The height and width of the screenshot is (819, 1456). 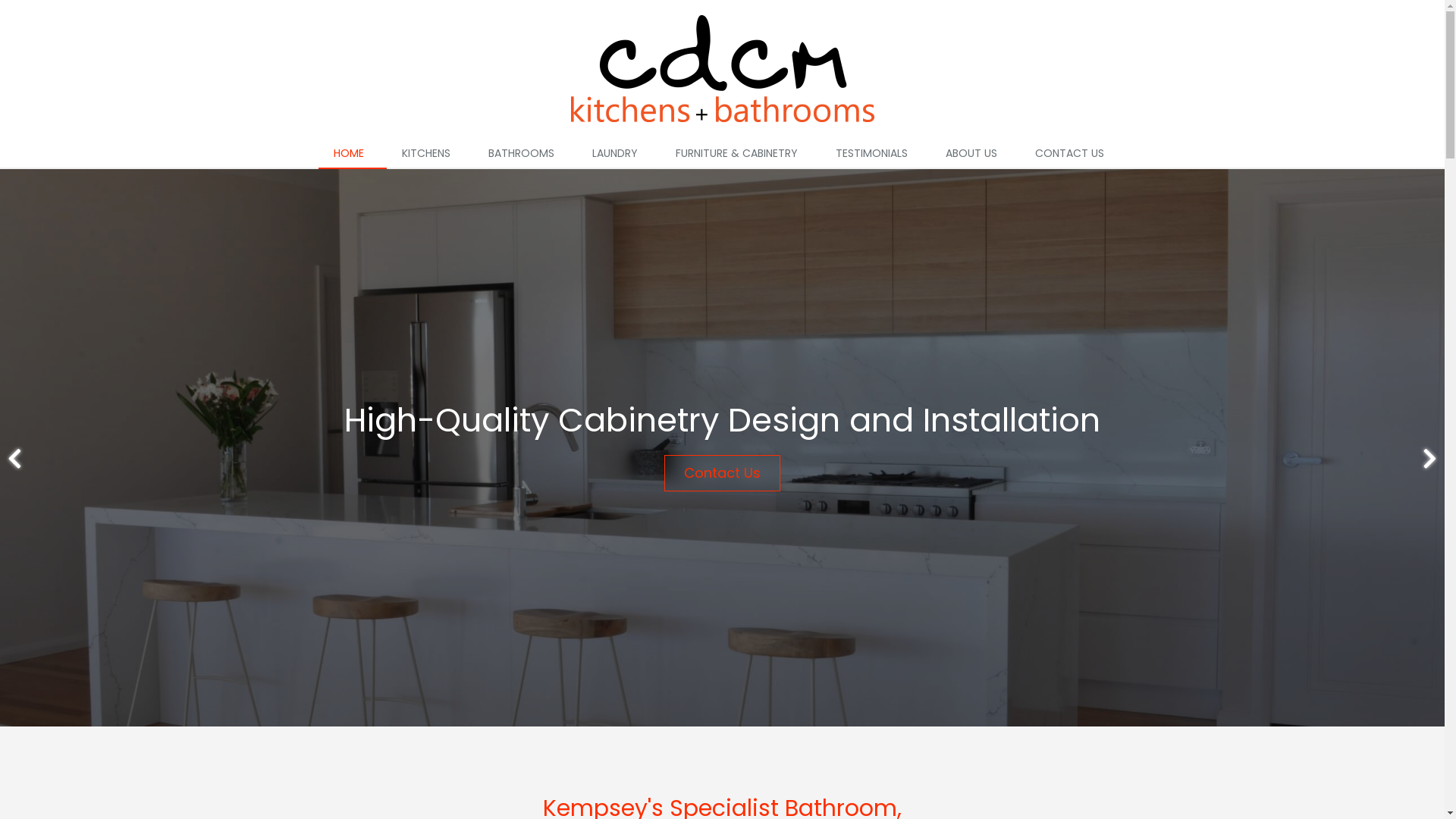 I want to click on 'Contact Us', so click(x=721, y=472).